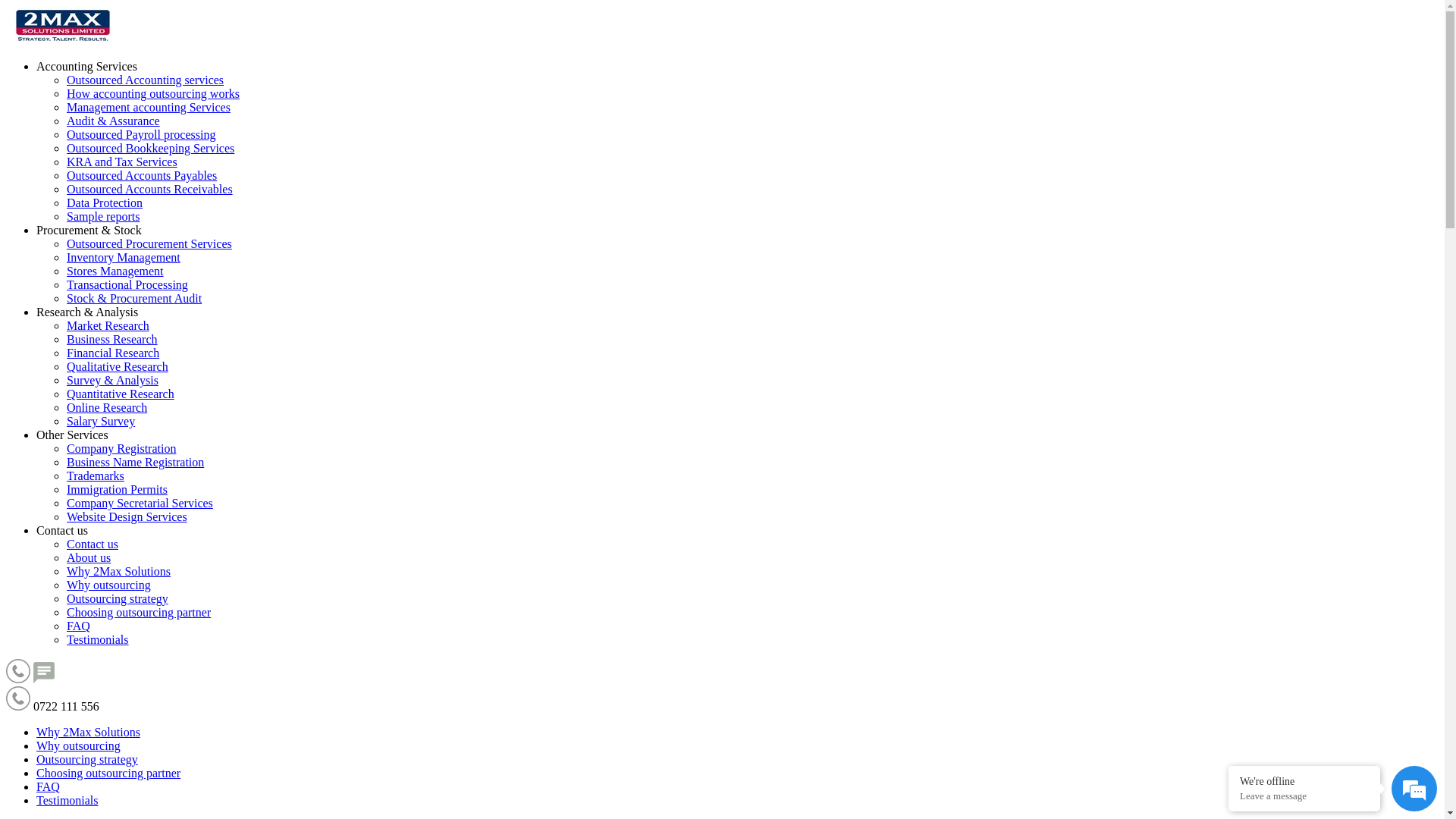 This screenshot has height=819, width=1456. I want to click on 'Market Research', so click(107, 325).